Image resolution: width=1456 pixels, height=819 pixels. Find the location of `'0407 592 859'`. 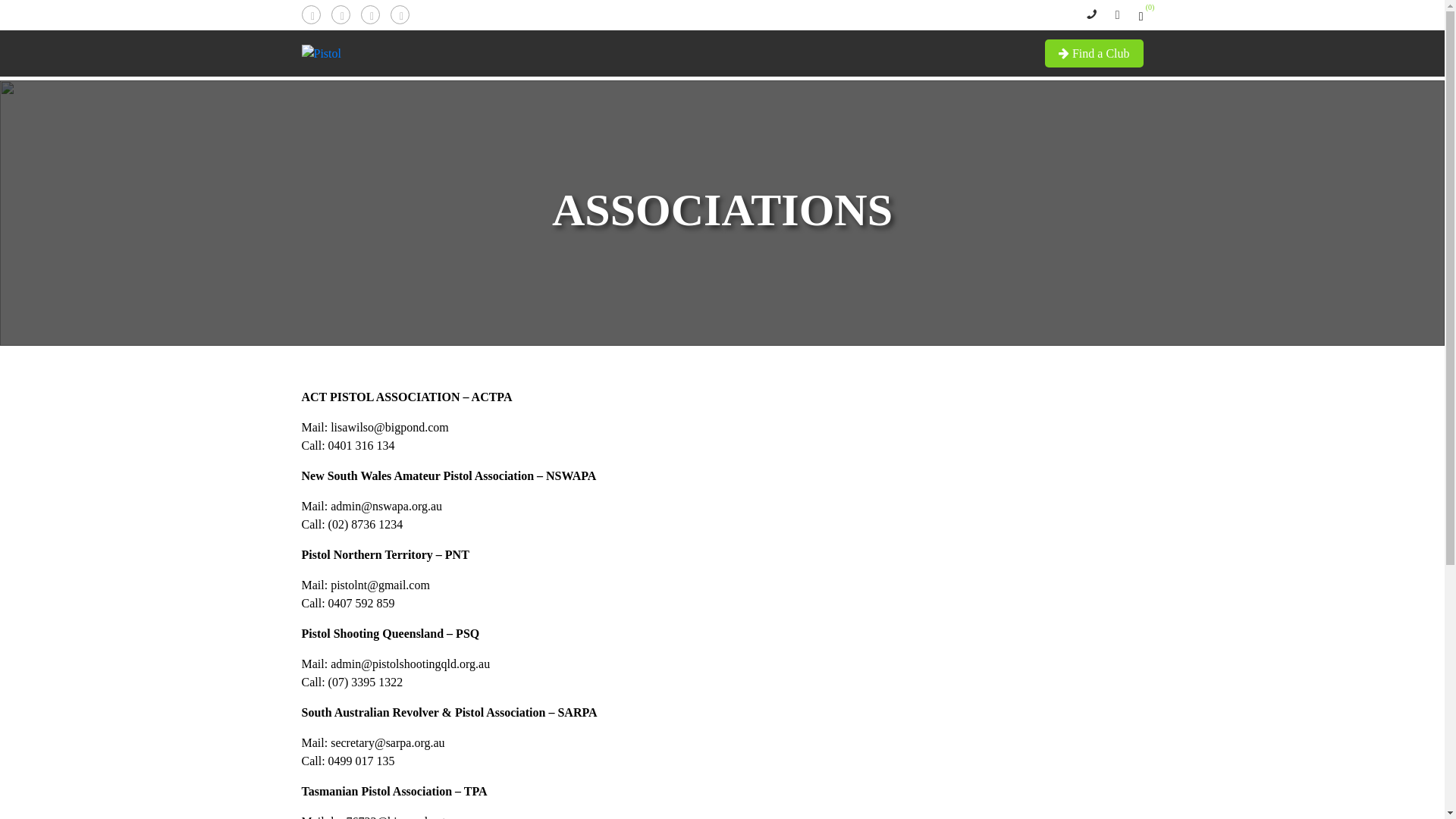

'0407 592 859' is located at coordinates (360, 602).